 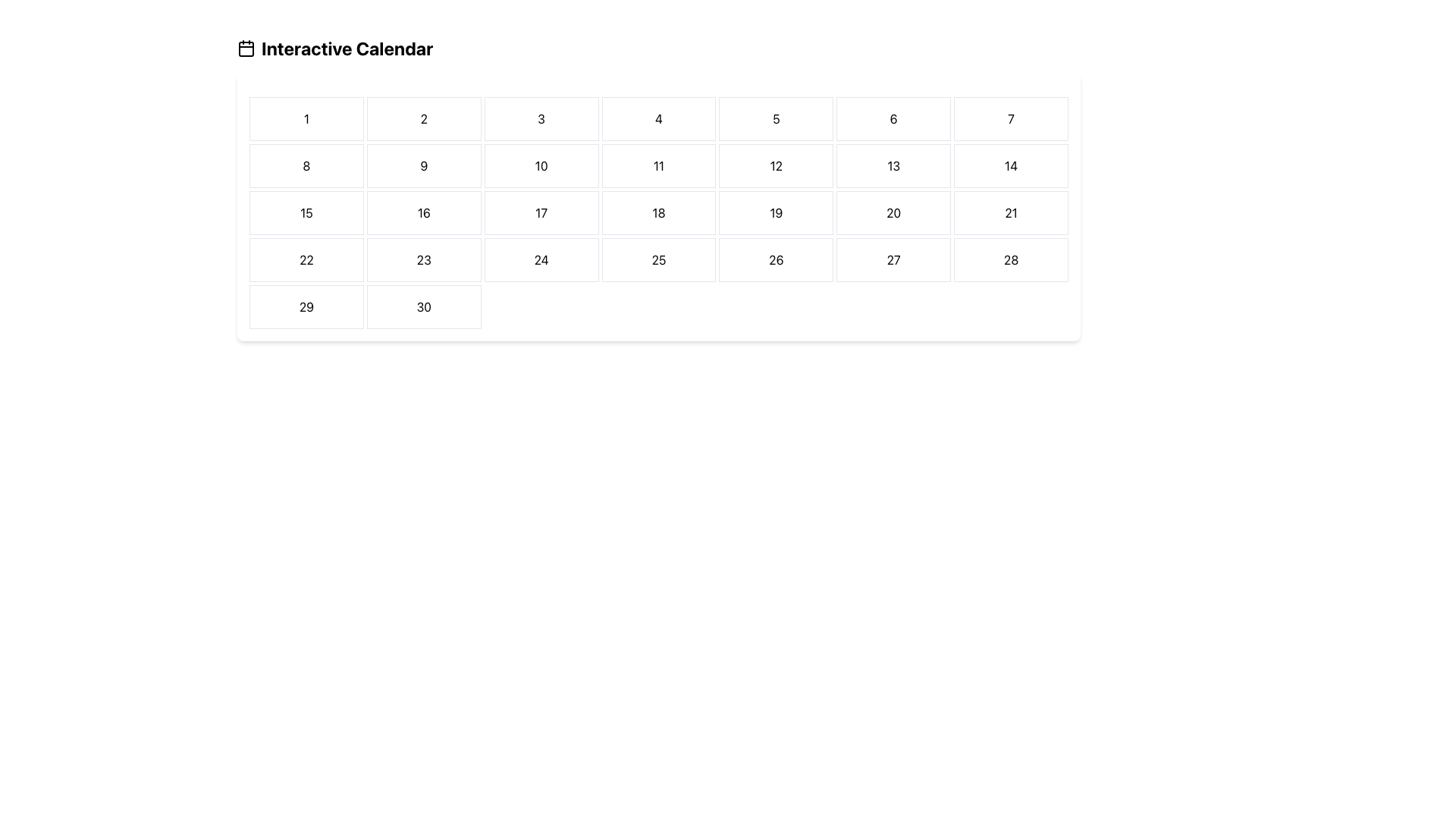 What do you see at coordinates (424, 213) in the screenshot?
I see `the clickable cell representing a specific day in the third row and second column of the calendar grid` at bounding box center [424, 213].